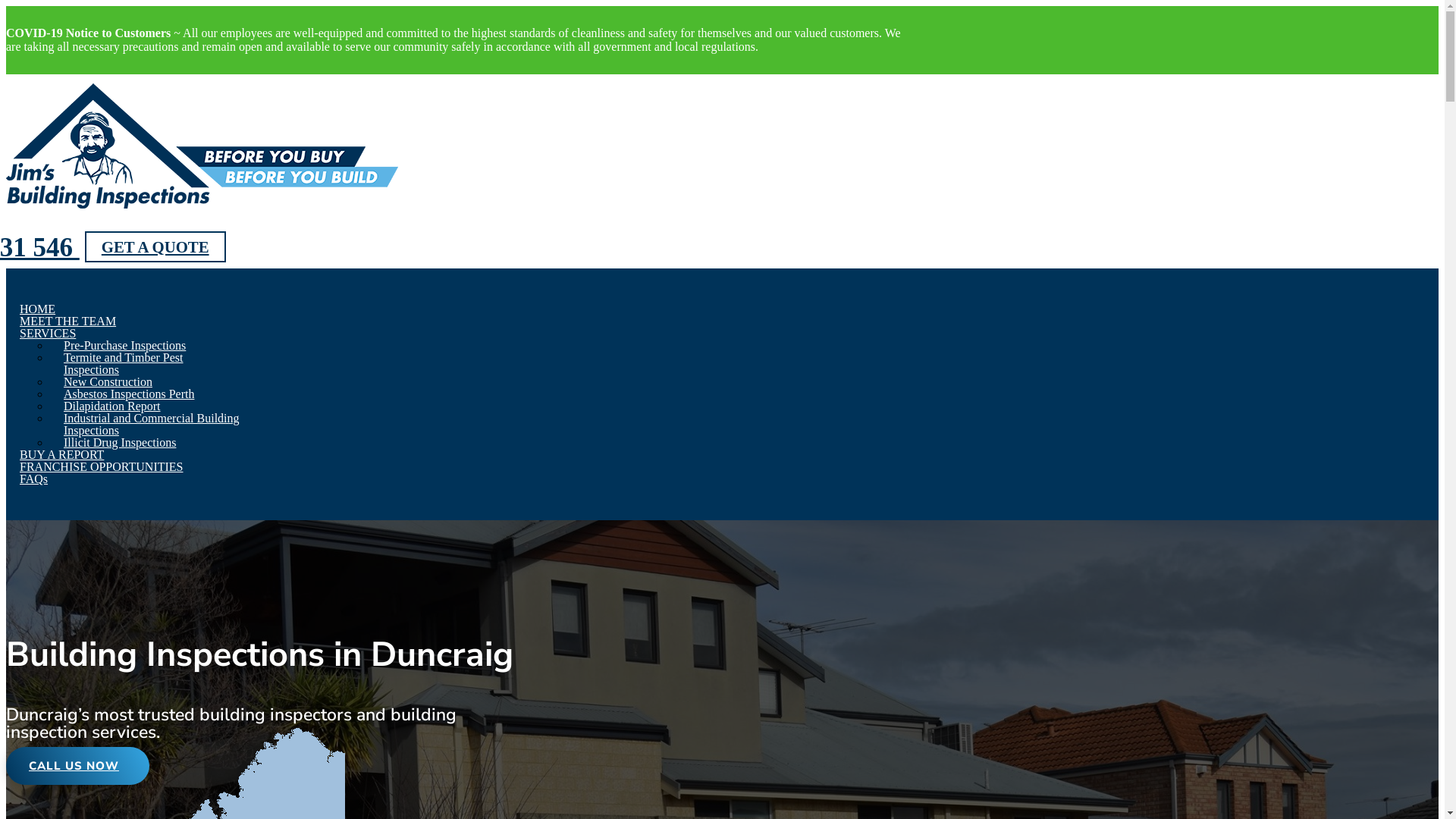 The width and height of the screenshot is (1456, 819). Describe the element at coordinates (42, 246) in the screenshot. I see `'131 546'` at that location.